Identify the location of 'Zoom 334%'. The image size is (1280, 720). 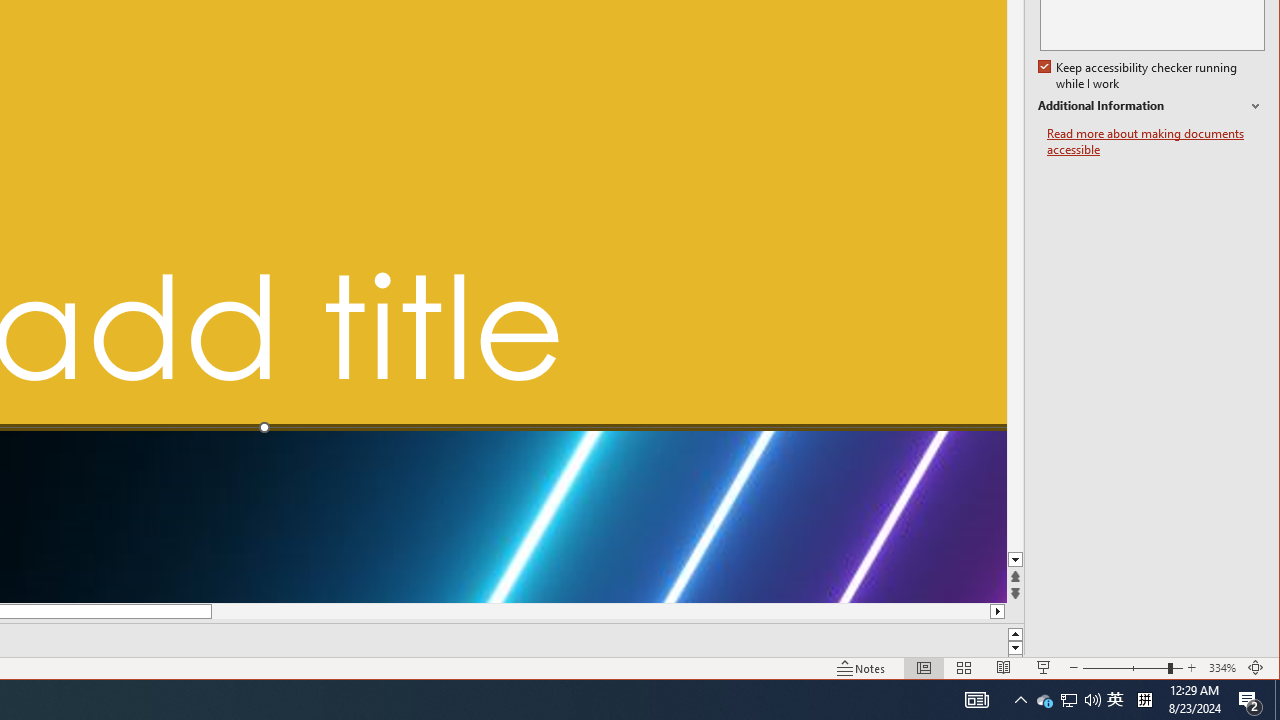
(1221, 668).